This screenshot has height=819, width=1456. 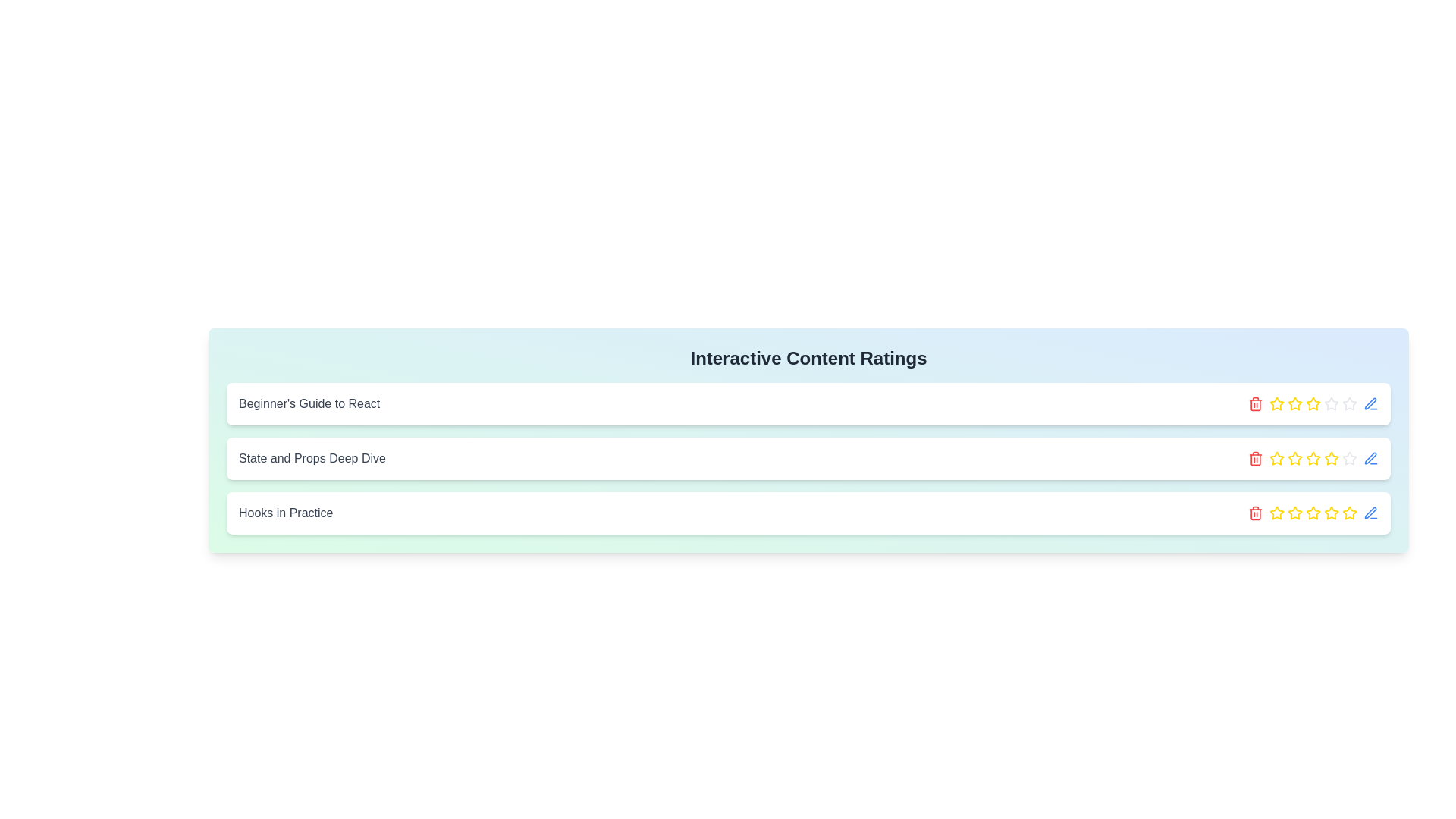 I want to click on the text label that serves as the header or title in the second card of the interactive content ratings list, so click(x=312, y=458).